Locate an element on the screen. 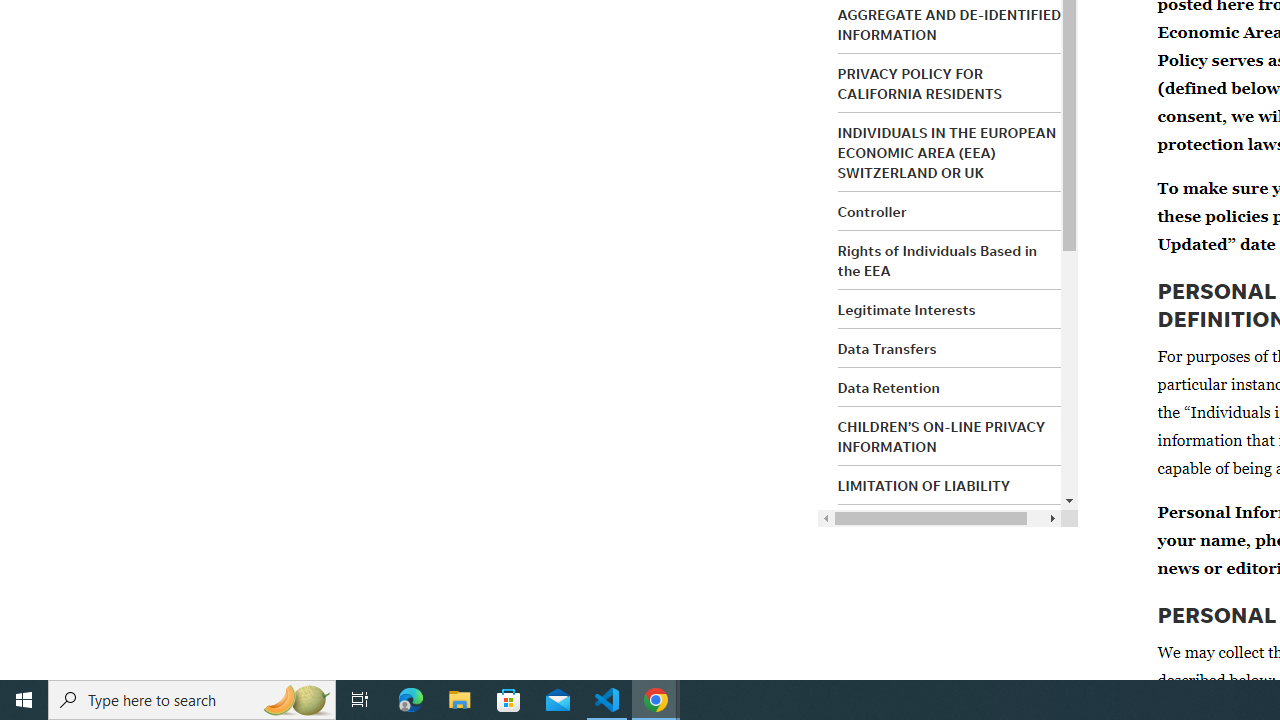 The width and height of the screenshot is (1280, 720). 'Rights of Individuals Based in the EEA' is located at coordinates (936, 260).